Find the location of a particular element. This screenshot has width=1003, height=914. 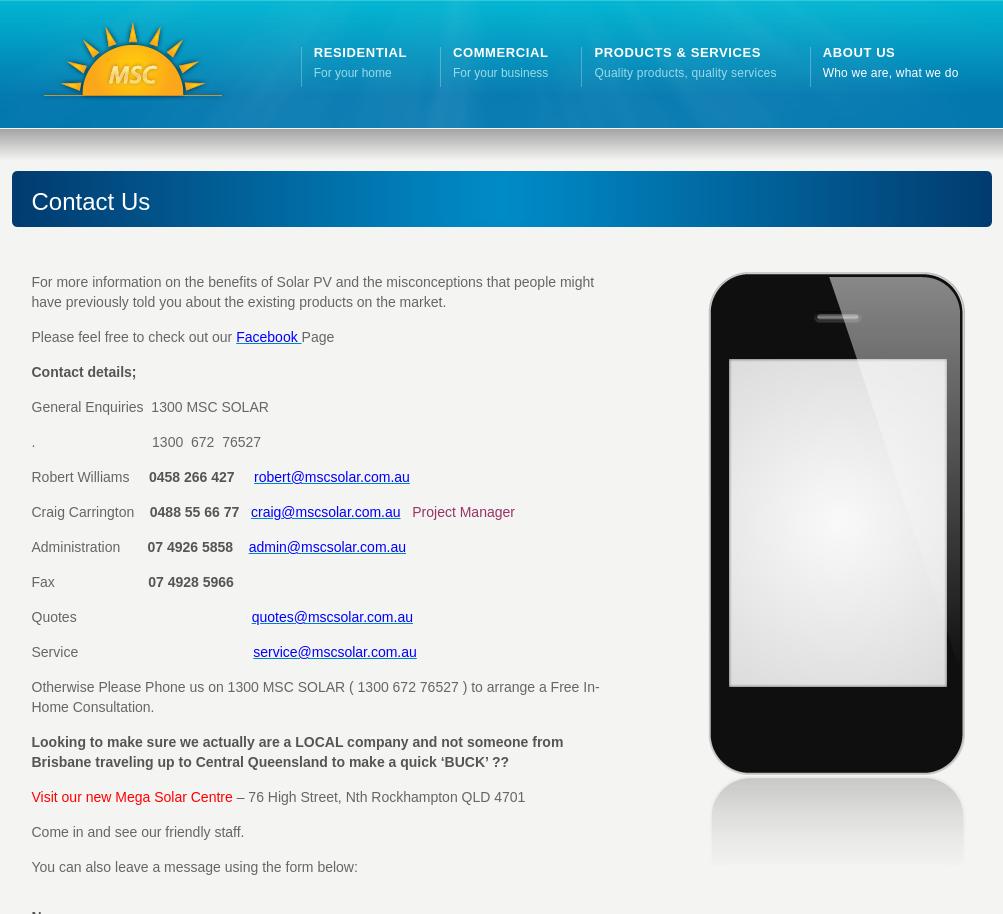

'Project Manager' is located at coordinates (462, 511).